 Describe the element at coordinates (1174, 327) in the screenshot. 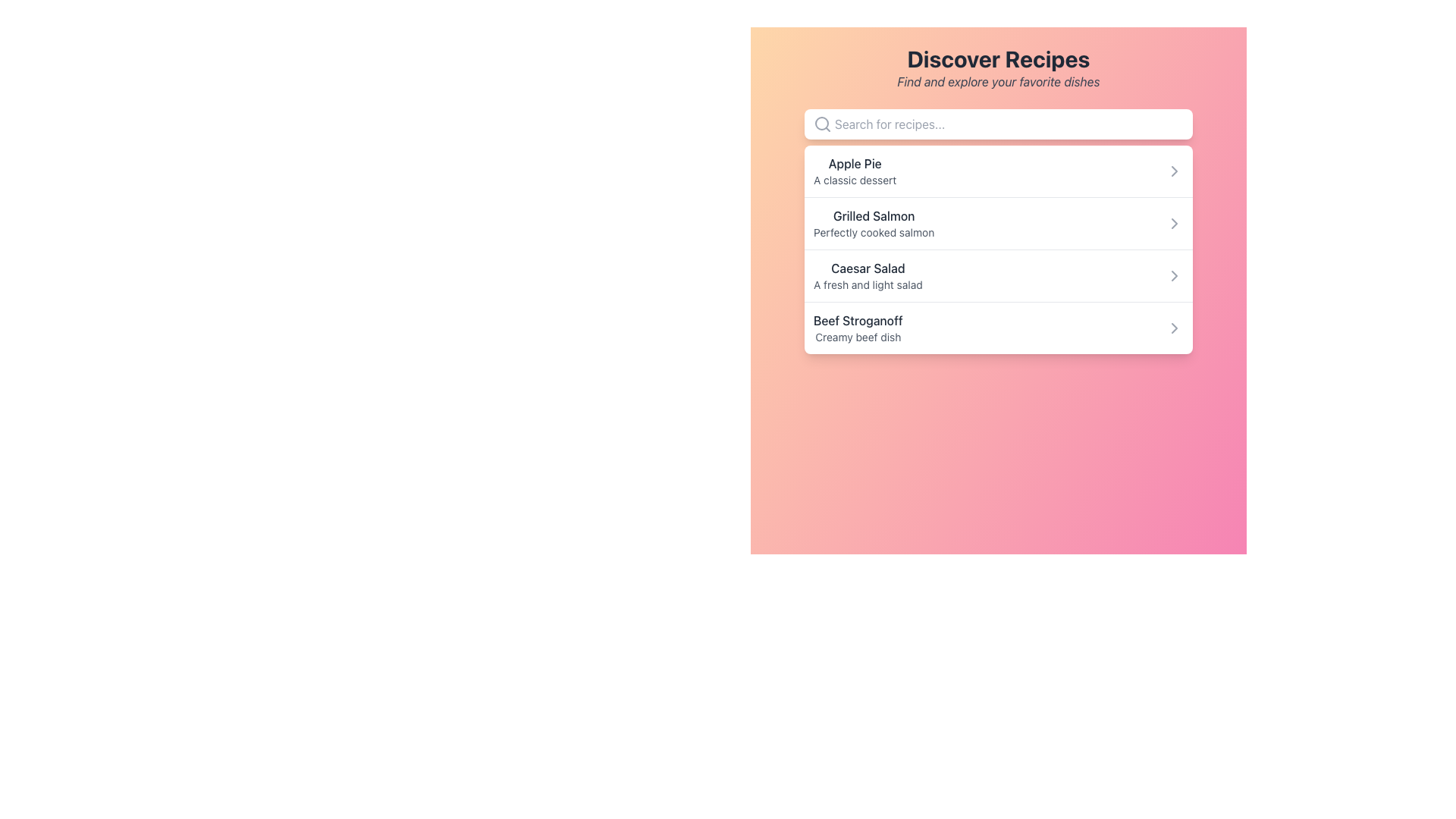

I see `the chevron icon on the far-right end of the 'Beef Stroganoff' entry` at that location.